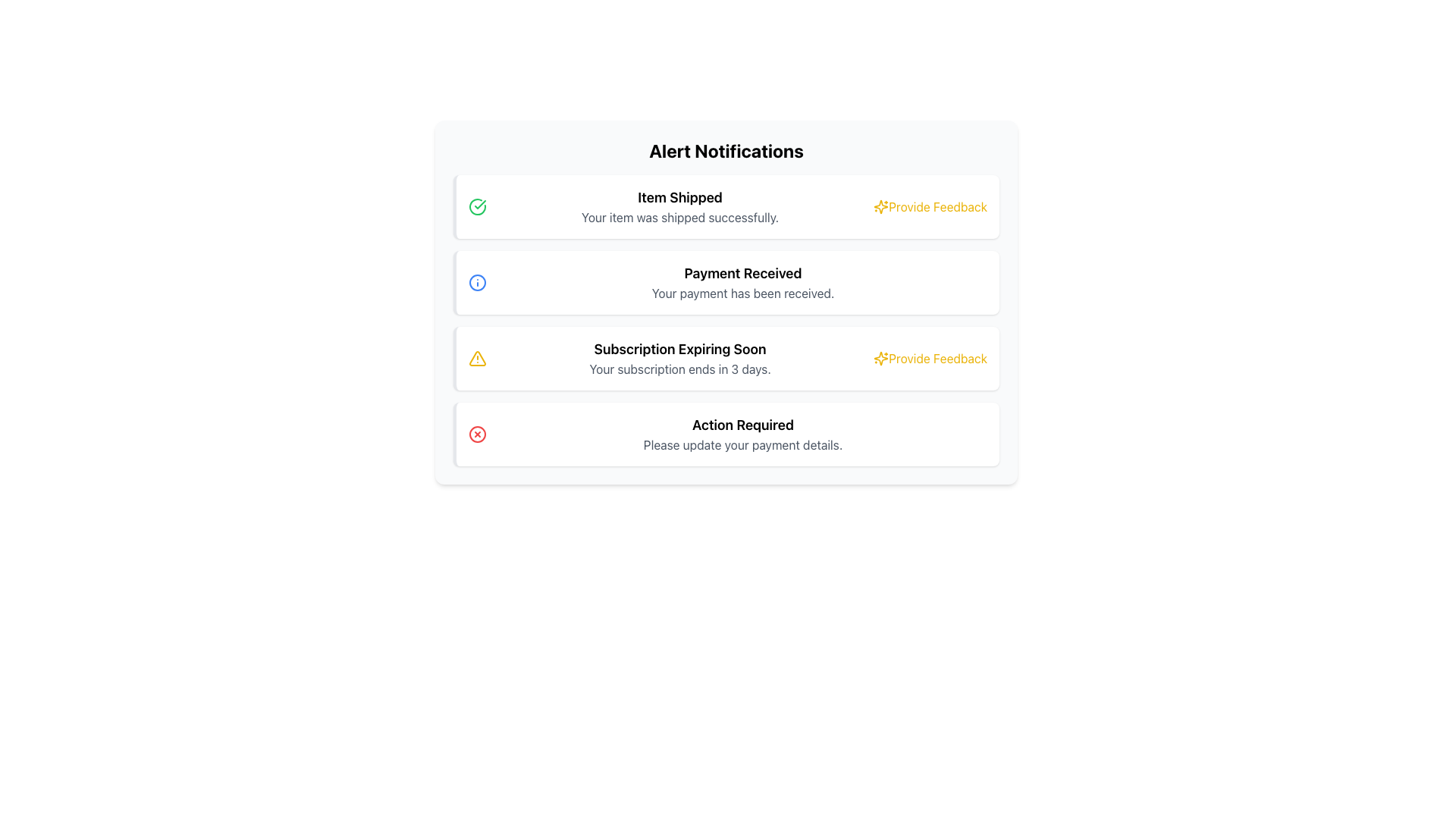 The image size is (1456, 819). What do you see at coordinates (881, 207) in the screenshot?
I see `the feedback icon located to the left of the 'Provide Feedback' text in the topmost notification card labeled 'Item Shipped'` at bounding box center [881, 207].